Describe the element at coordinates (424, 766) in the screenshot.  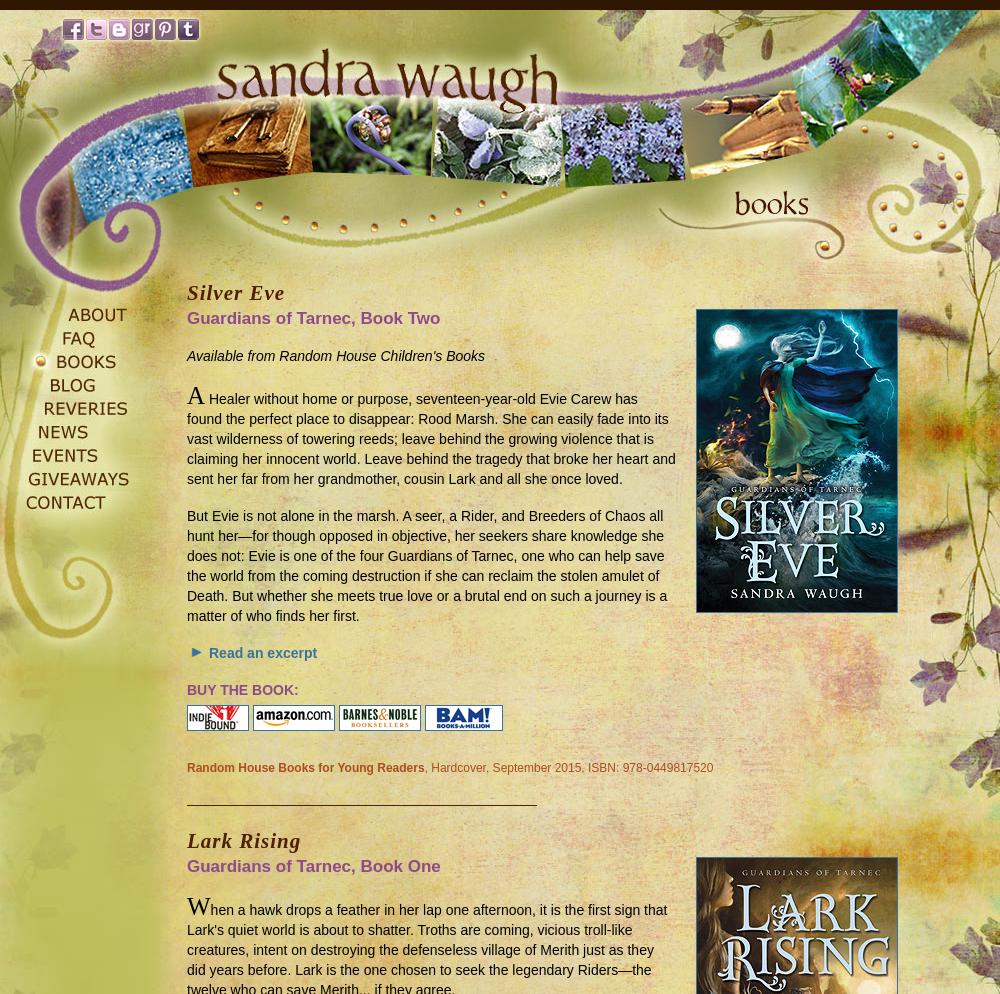
I see `', Hardcover, September 2015, ISBN: 978-0449817520'` at that location.